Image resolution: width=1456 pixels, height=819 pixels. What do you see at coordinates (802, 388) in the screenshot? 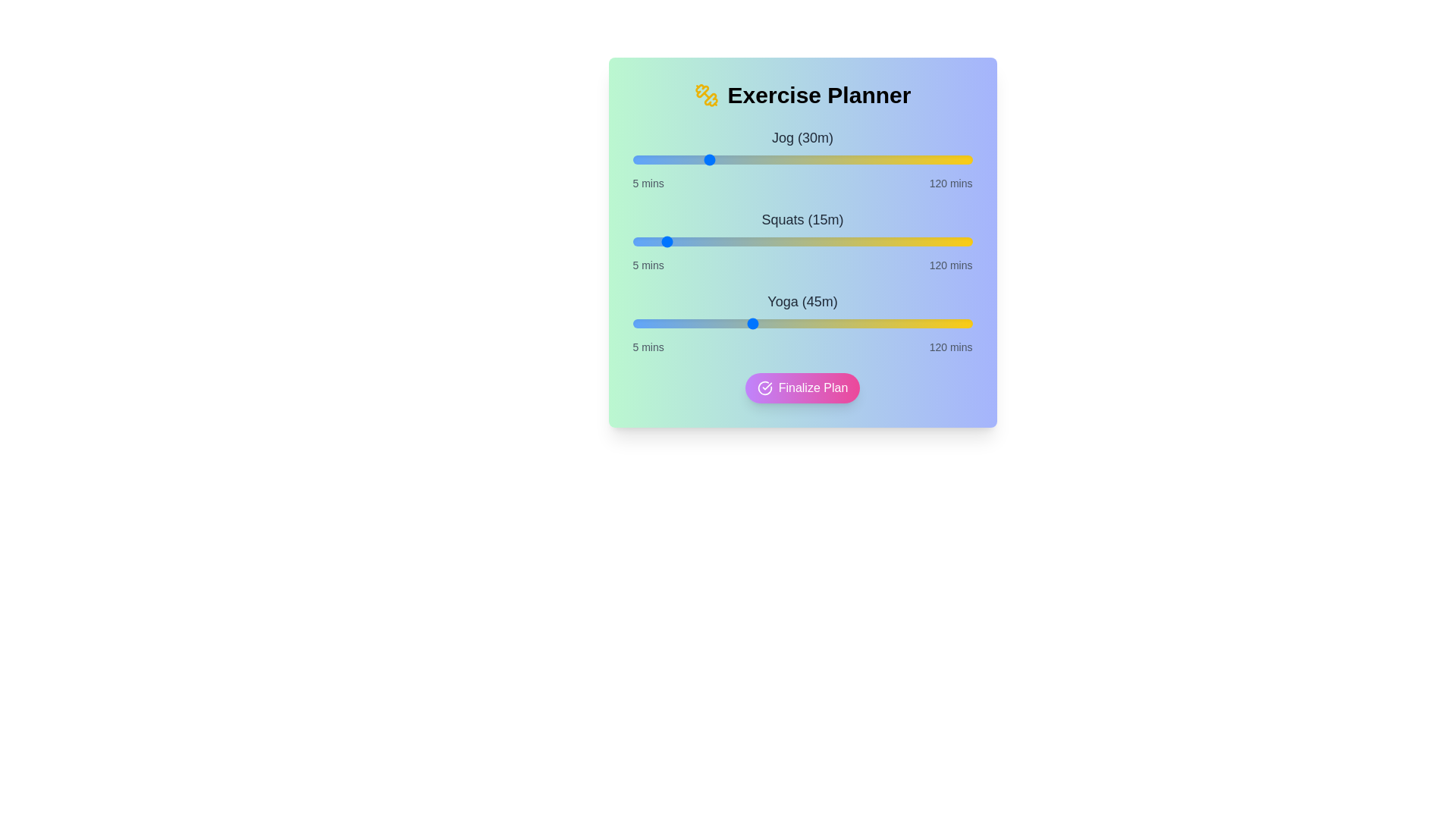
I see `the 'Finalize Plan' button to submit the exercise plan` at bounding box center [802, 388].